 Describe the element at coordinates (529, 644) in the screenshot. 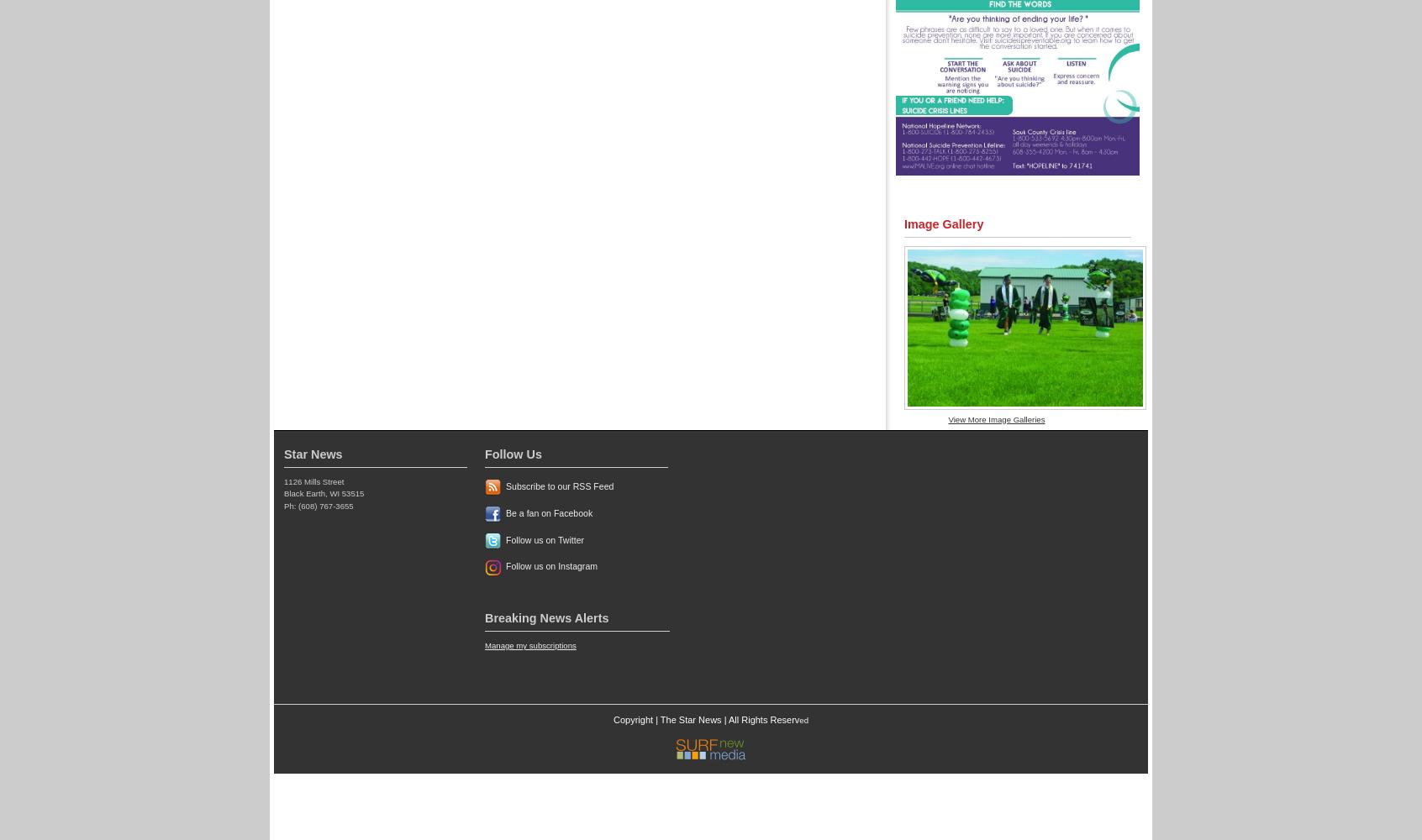

I see `'Manage my subscriptions'` at that location.